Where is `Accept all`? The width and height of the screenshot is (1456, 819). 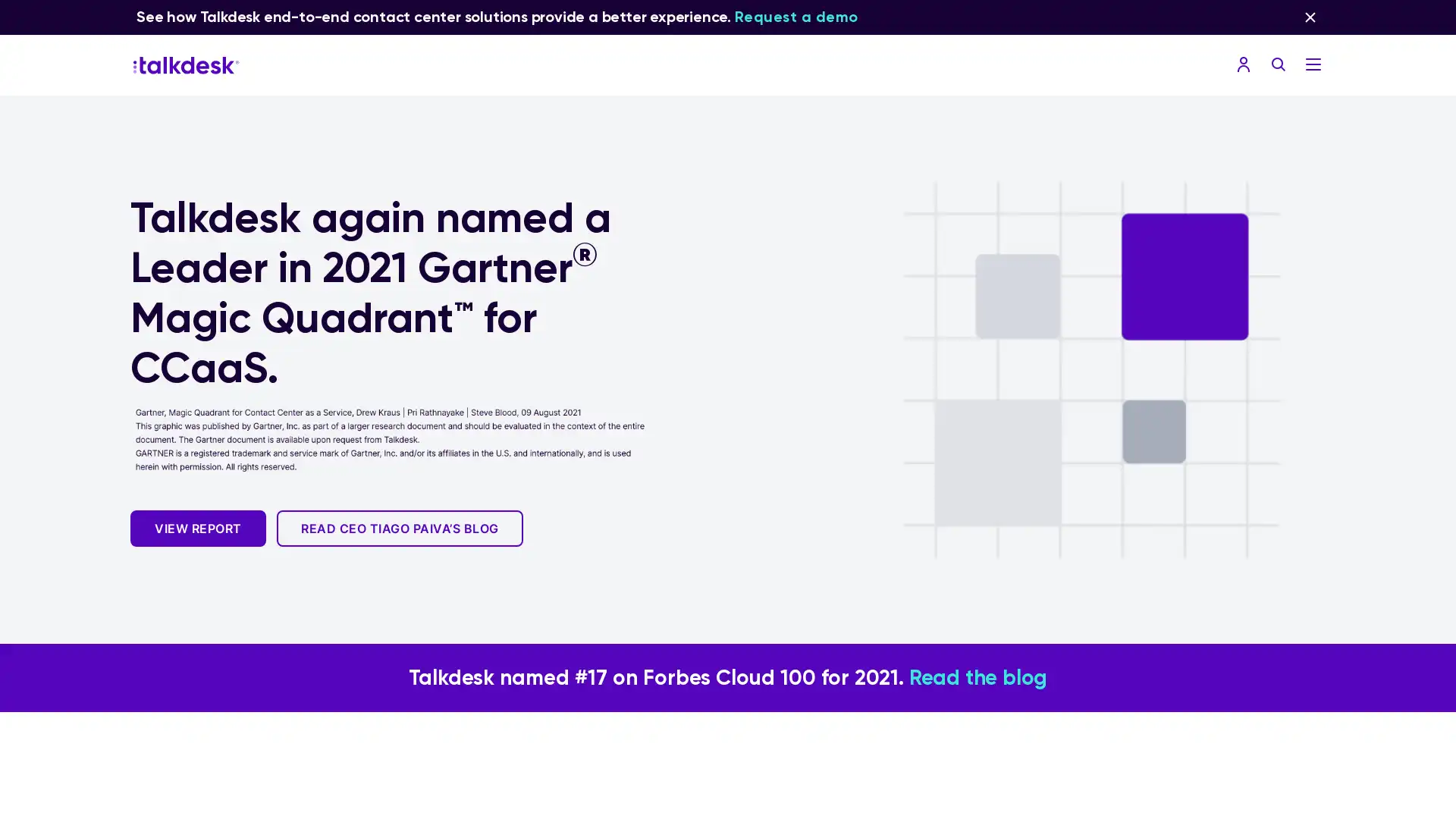 Accept all is located at coordinates (839, 631).